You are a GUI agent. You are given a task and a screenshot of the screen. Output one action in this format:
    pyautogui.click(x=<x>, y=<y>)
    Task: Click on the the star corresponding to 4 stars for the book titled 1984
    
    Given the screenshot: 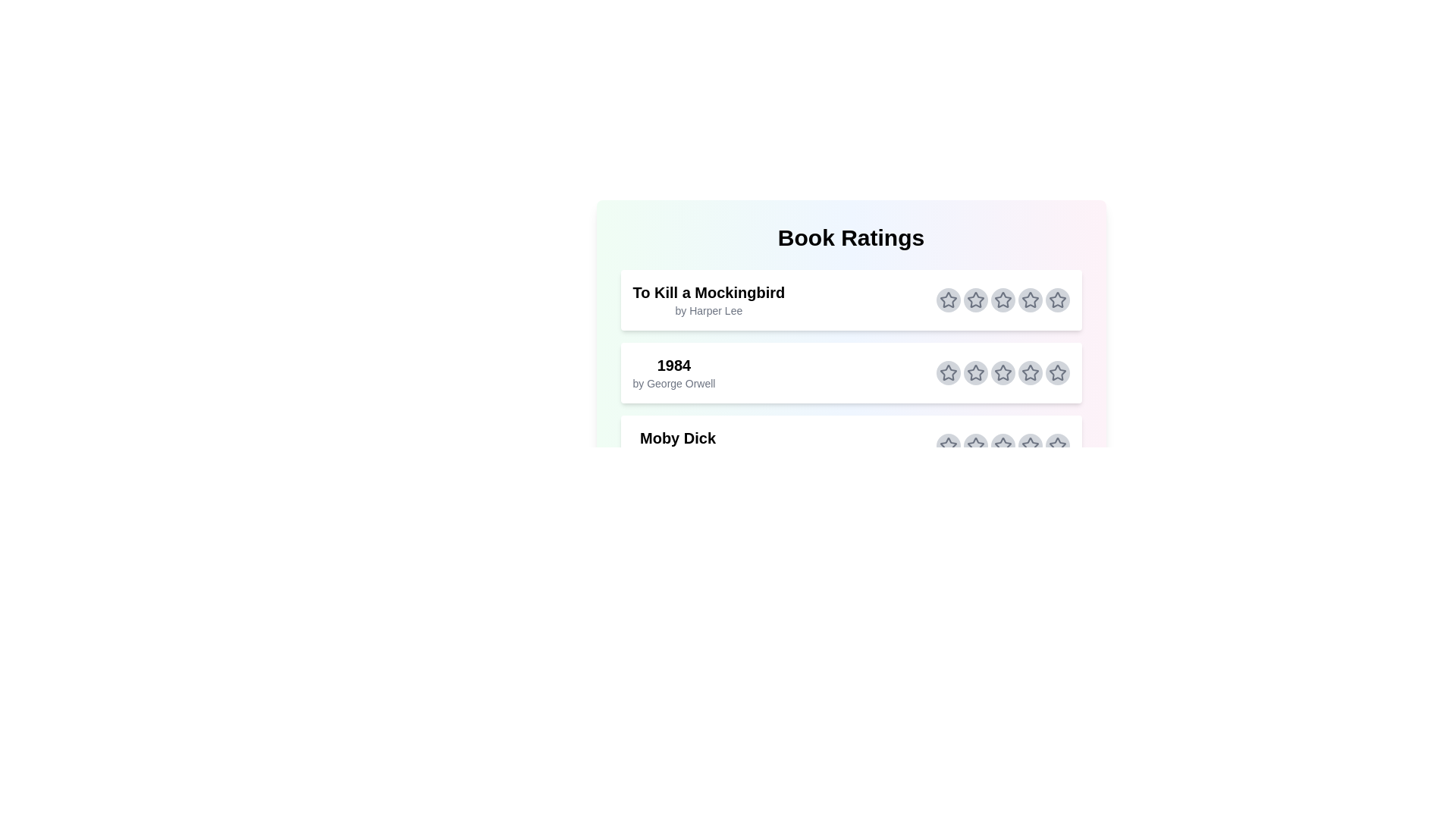 What is the action you would take?
    pyautogui.click(x=1030, y=373)
    